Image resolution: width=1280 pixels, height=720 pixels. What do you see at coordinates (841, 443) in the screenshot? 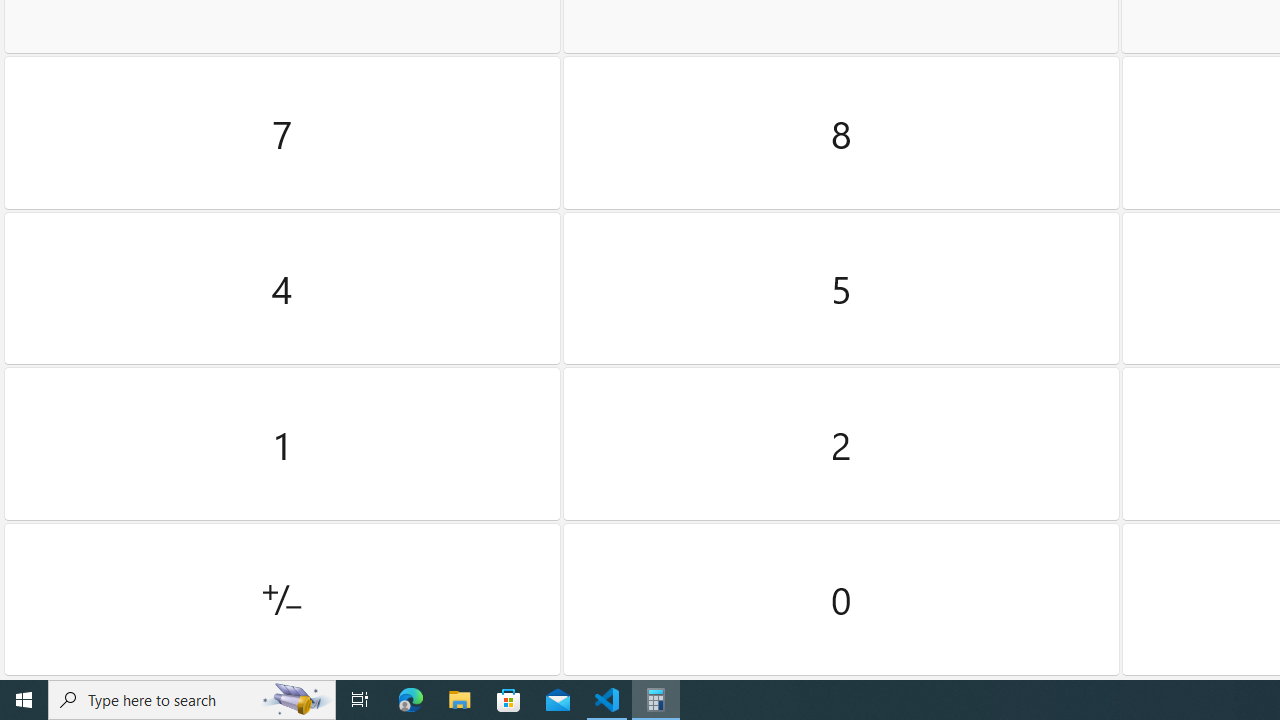
I see `'Two'` at bounding box center [841, 443].